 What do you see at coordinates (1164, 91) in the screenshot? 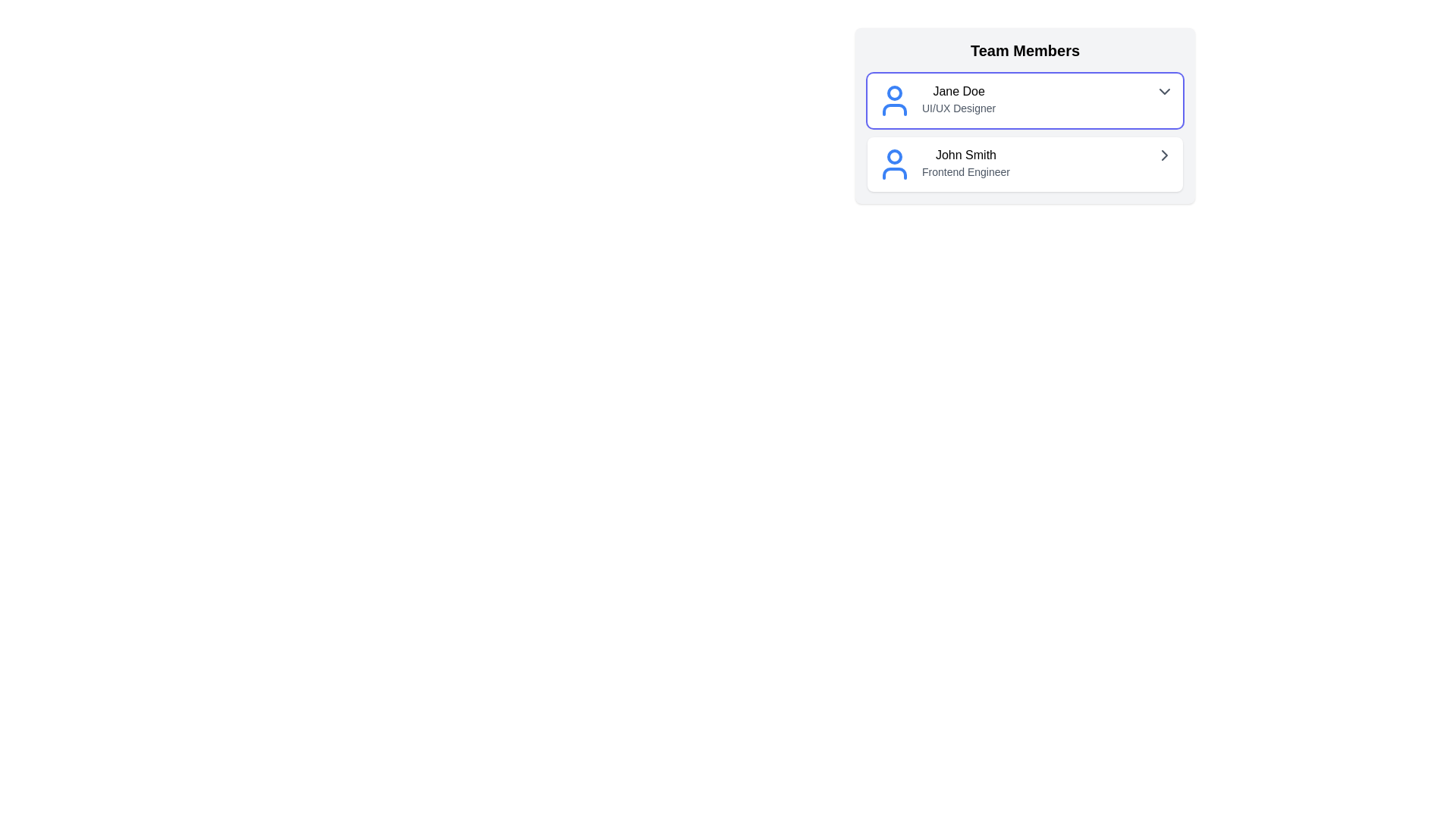
I see `the Chevron Down icon located at the upper-right of Jane Doe's card` at bounding box center [1164, 91].